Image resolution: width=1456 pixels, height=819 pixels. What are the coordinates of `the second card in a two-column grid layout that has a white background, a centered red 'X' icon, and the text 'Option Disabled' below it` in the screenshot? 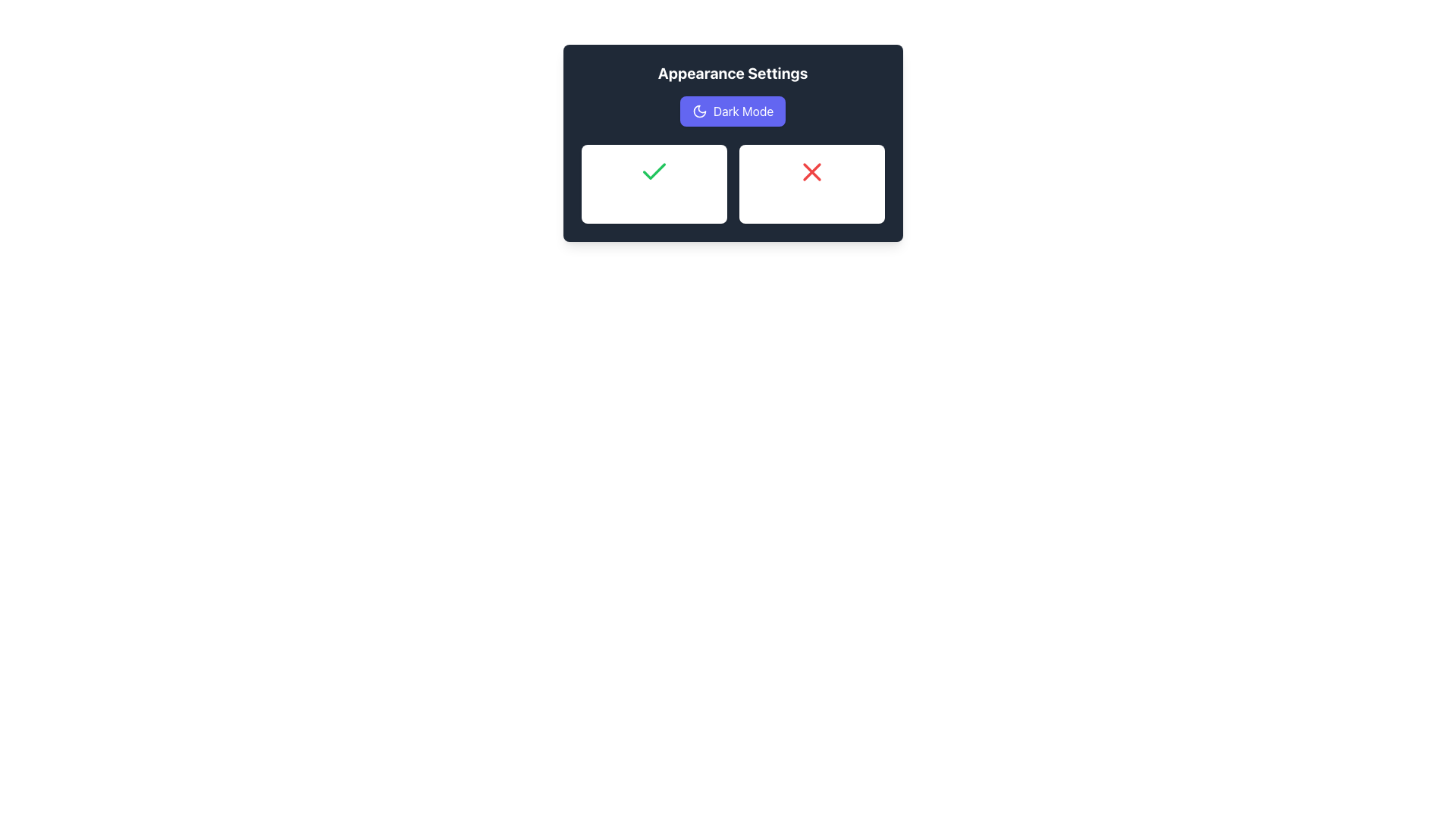 It's located at (811, 184).